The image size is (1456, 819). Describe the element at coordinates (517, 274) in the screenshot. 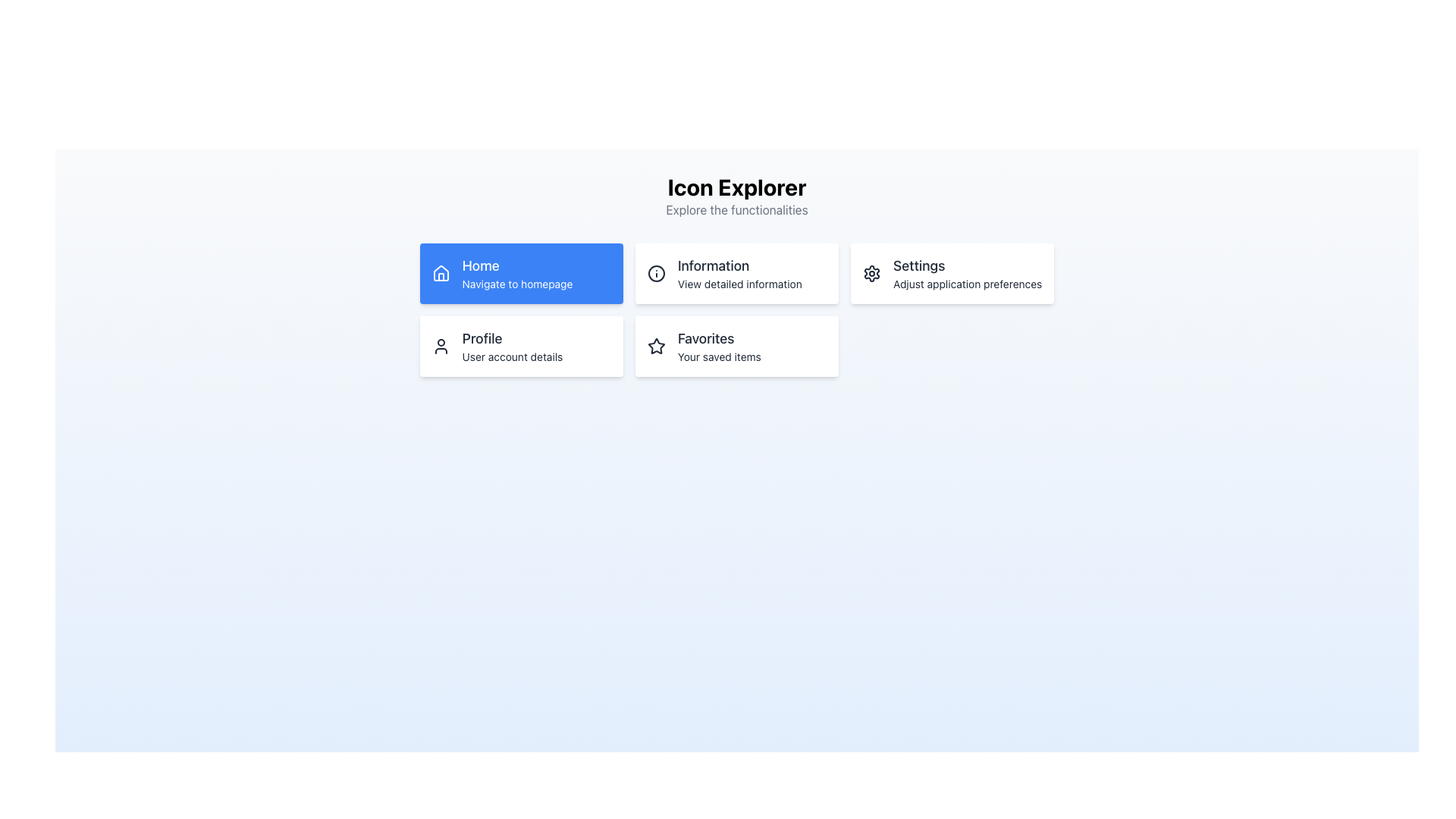

I see `the 'Home' button that features bold text 'Home' and smaller text 'Navigate to homepage', located on a blue rounded rectangular background near the top left of the interface` at that location.